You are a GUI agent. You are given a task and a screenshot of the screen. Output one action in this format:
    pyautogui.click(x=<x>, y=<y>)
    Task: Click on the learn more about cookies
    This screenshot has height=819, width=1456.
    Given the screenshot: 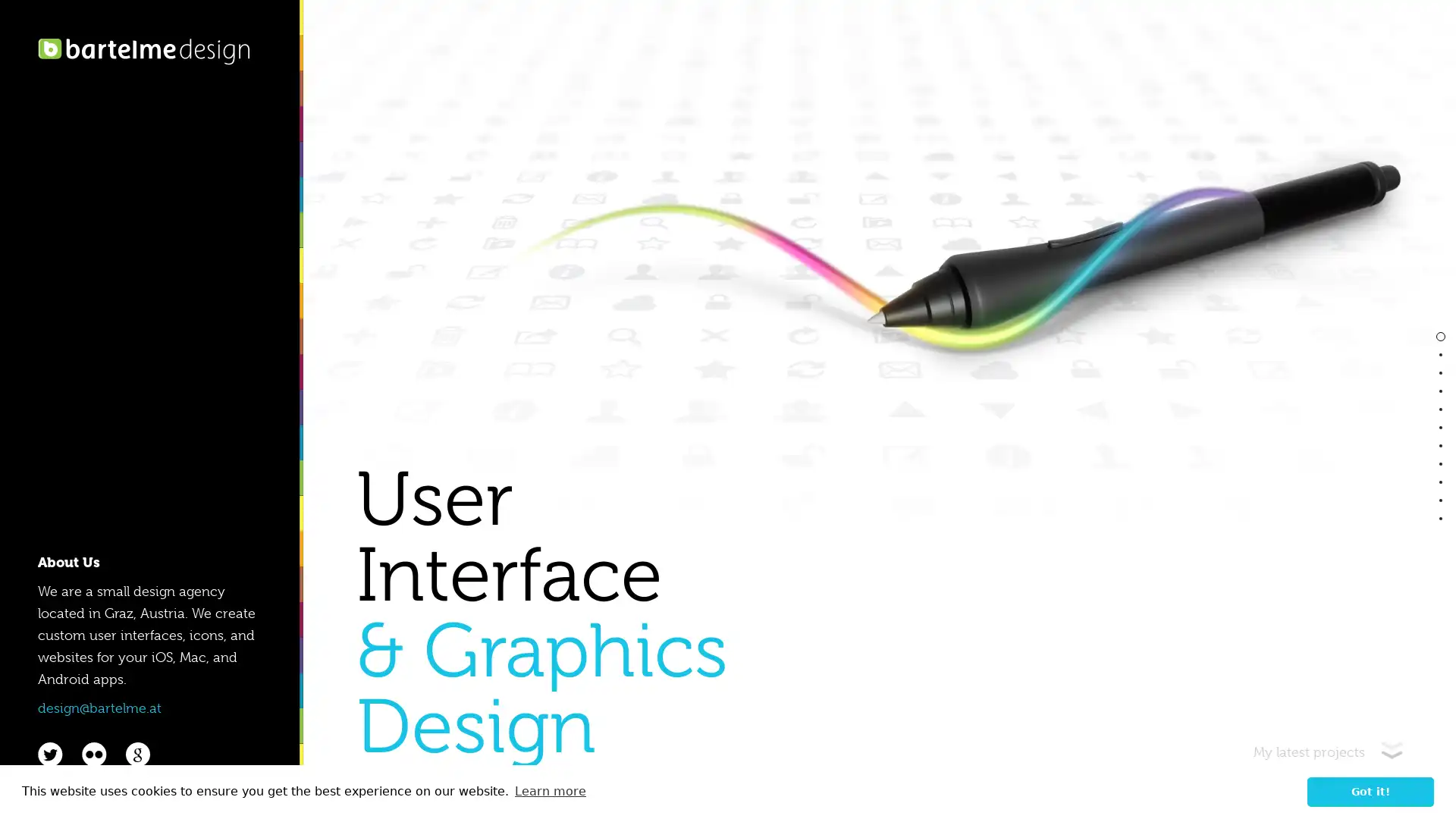 What is the action you would take?
    pyautogui.click(x=549, y=791)
    